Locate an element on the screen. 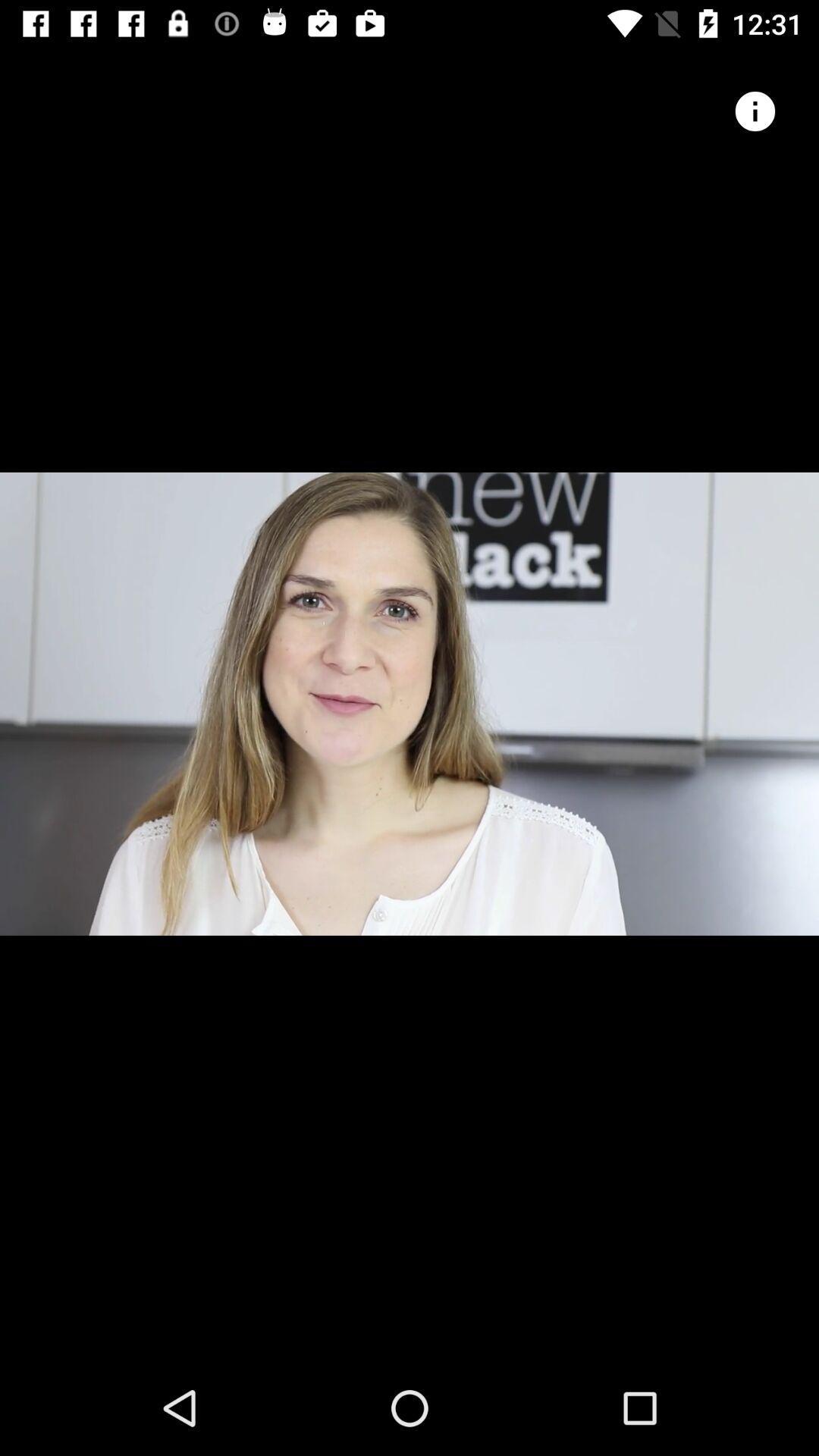  menu page is located at coordinates (755, 111).